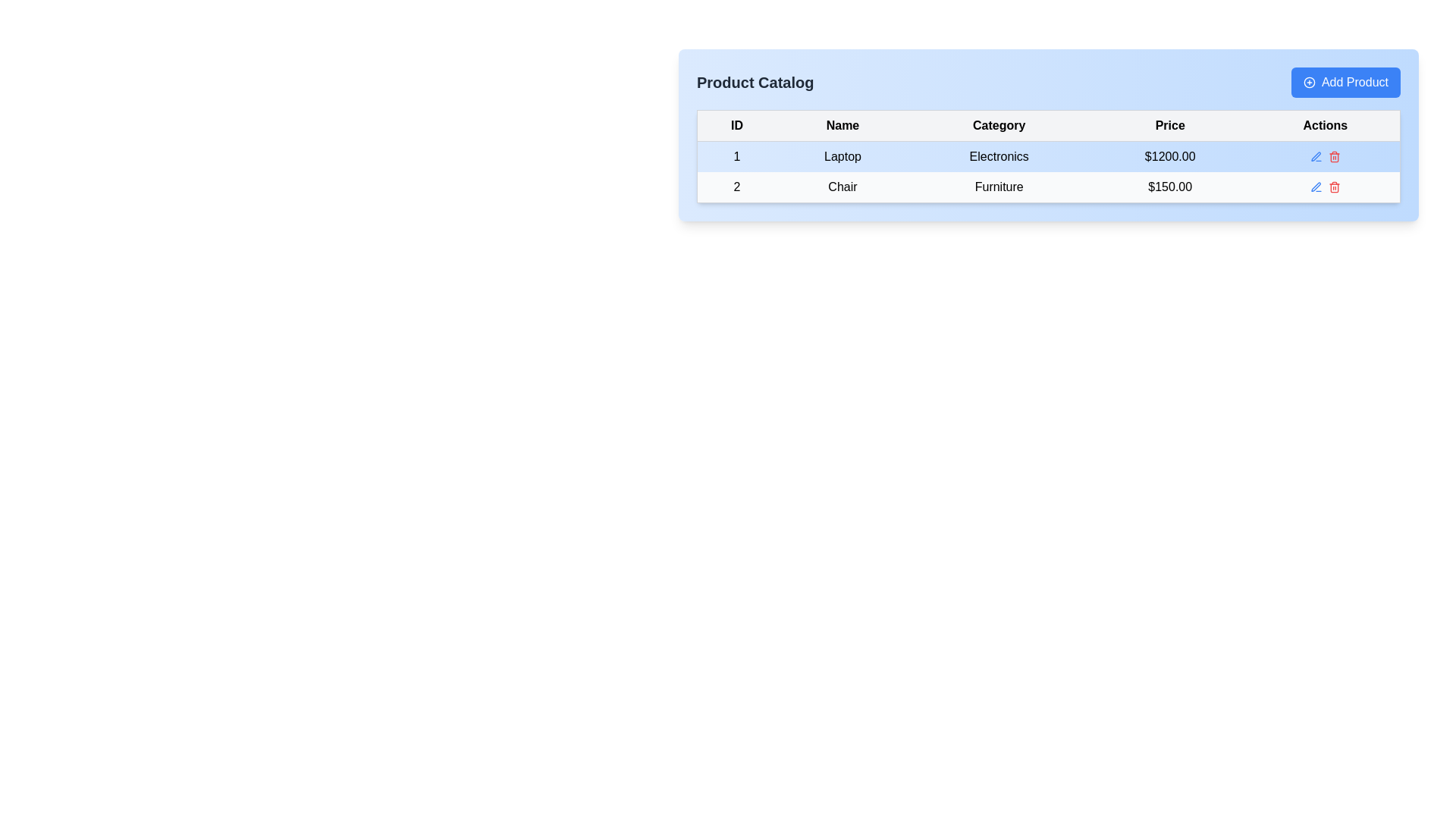 This screenshot has width=1456, height=819. I want to click on text label that identifies the product 'Chair' located in the second row of the 'Product Catalog' table under the 'Name' column, so click(842, 187).